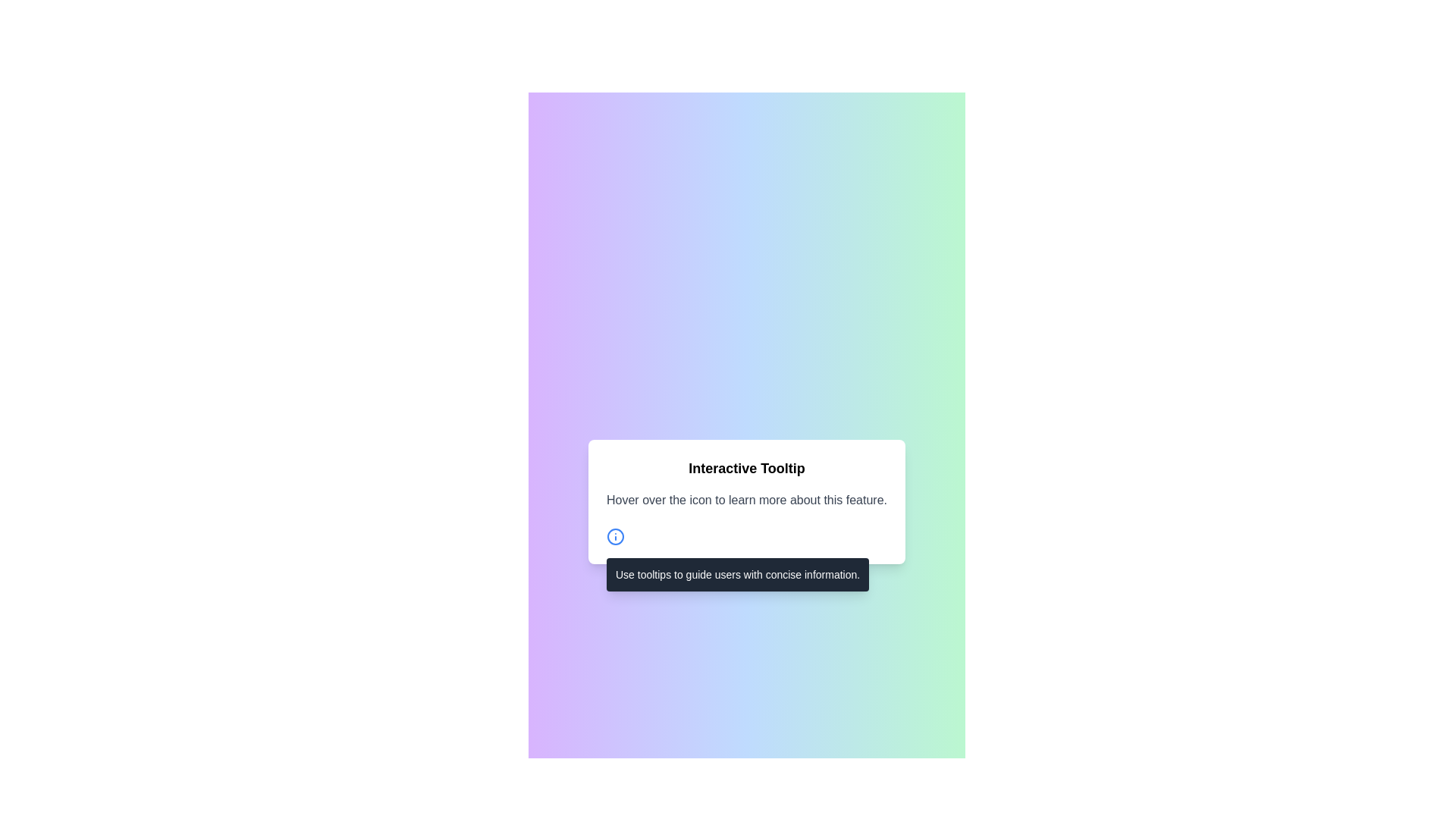 This screenshot has width=1456, height=819. Describe the element at coordinates (615, 536) in the screenshot. I see `blue circular outline of the Decorative SVG element located at the center of the interactive info icon beneath the 'Interactive Tooltip' text in the modal by clicking on it` at that location.